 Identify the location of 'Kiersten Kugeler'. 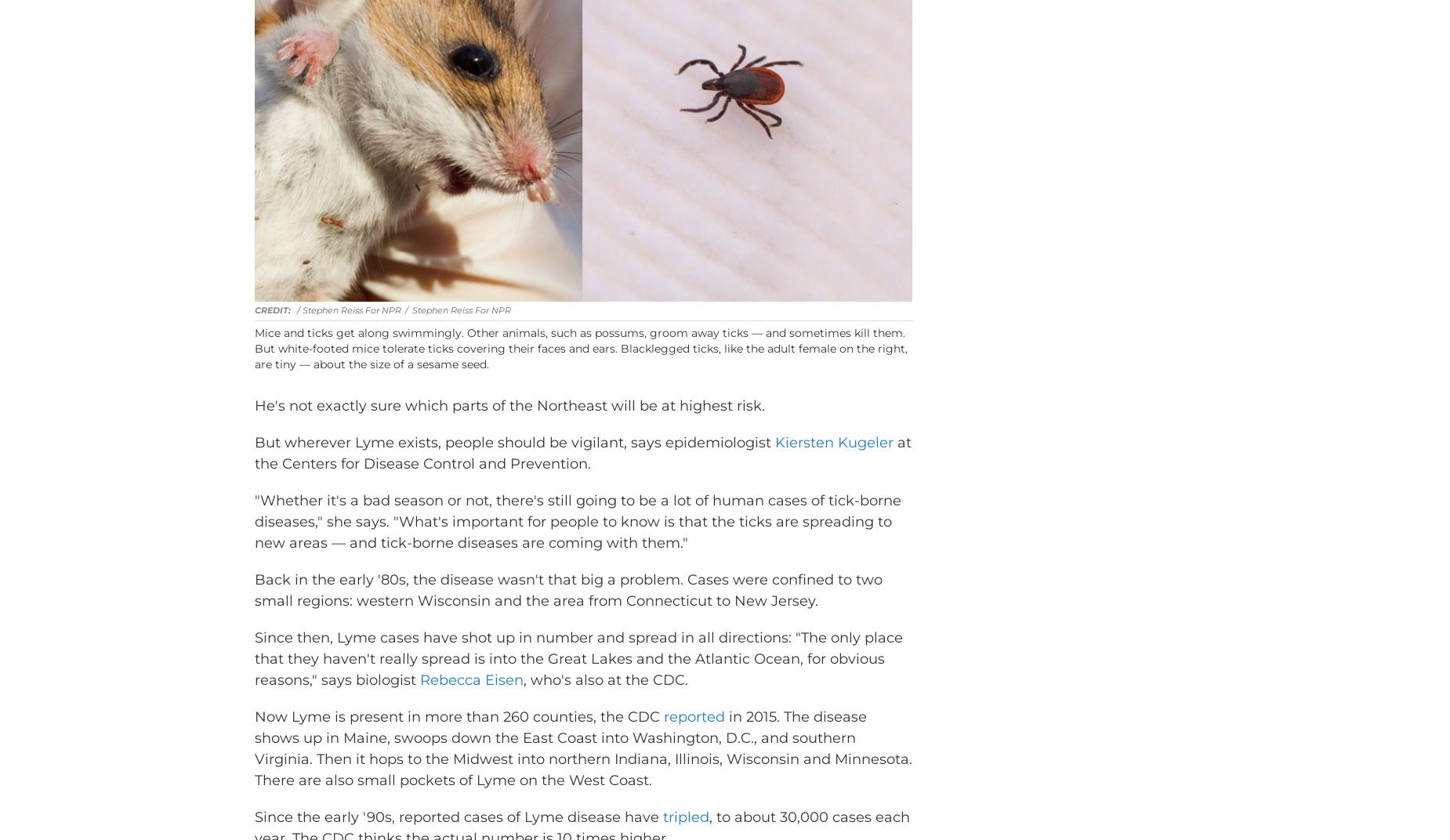
(833, 464).